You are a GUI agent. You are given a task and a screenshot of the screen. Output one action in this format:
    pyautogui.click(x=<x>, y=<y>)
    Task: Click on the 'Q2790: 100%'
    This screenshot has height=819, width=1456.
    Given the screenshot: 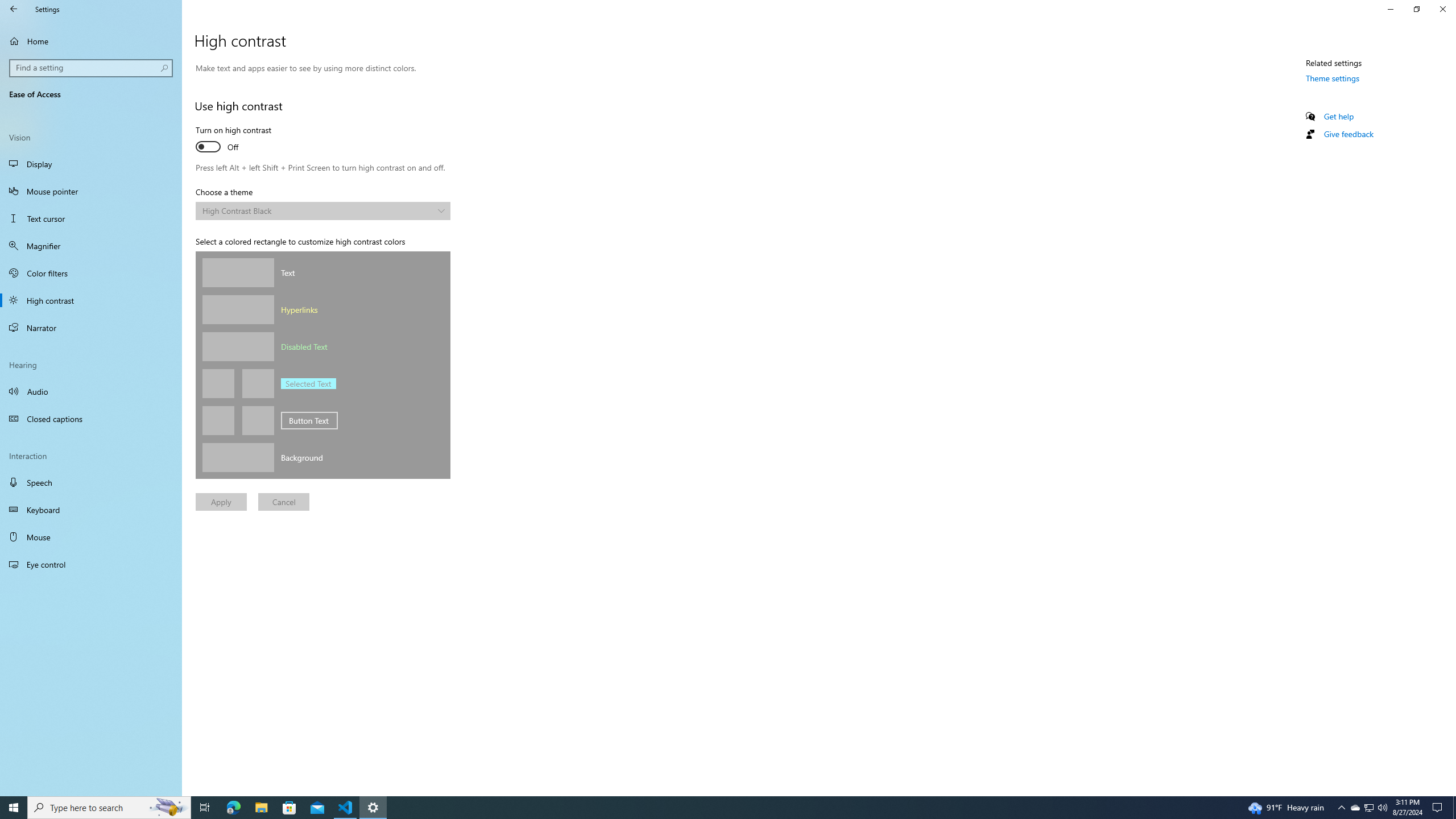 What is the action you would take?
    pyautogui.click(x=1381, y=806)
    